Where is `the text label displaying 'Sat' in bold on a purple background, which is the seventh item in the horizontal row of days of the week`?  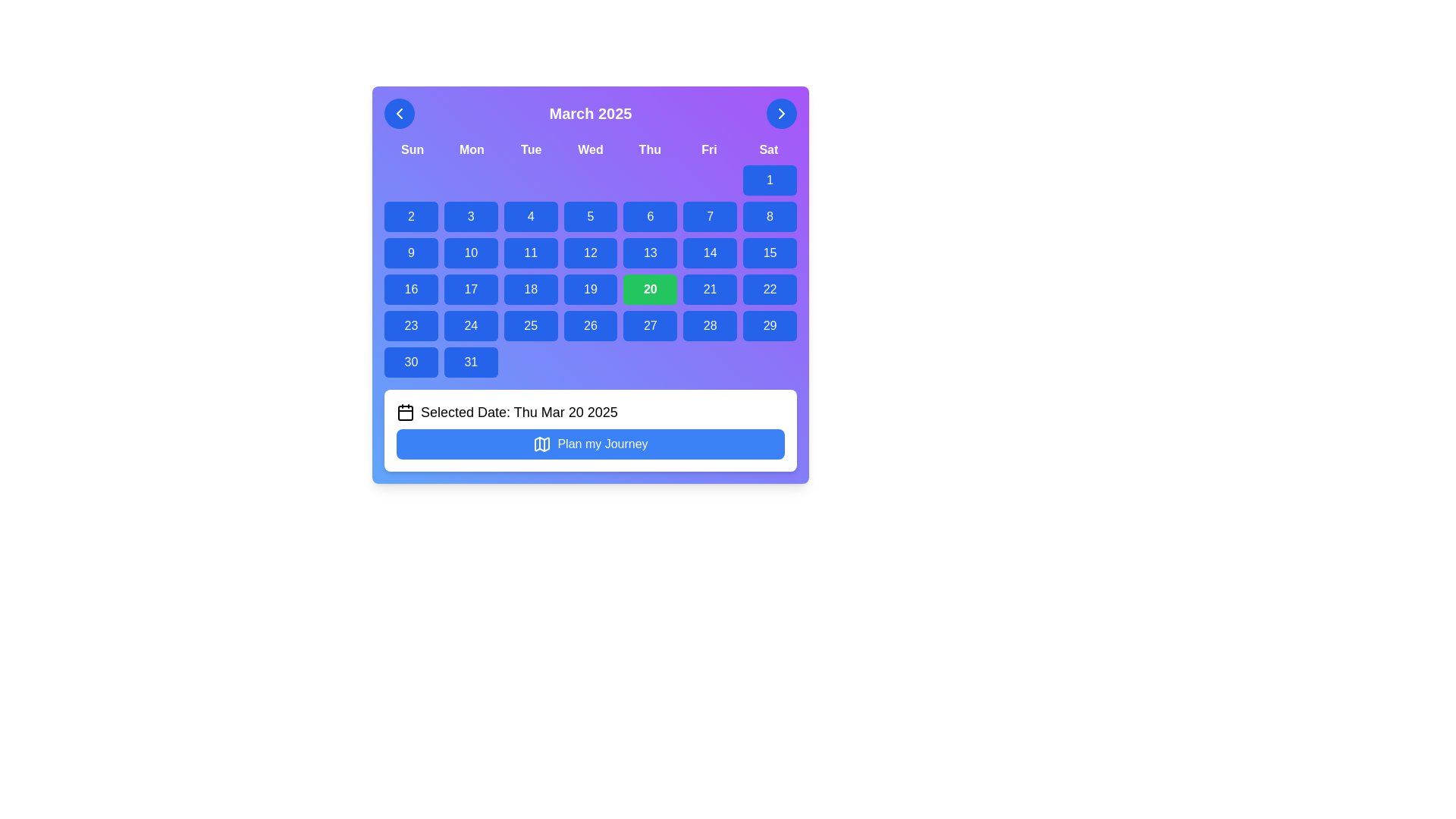
the text label displaying 'Sat' in bold on a purple background, which is the seventh item in the horizontal row of days of the week is located at coordinates (768, 149).